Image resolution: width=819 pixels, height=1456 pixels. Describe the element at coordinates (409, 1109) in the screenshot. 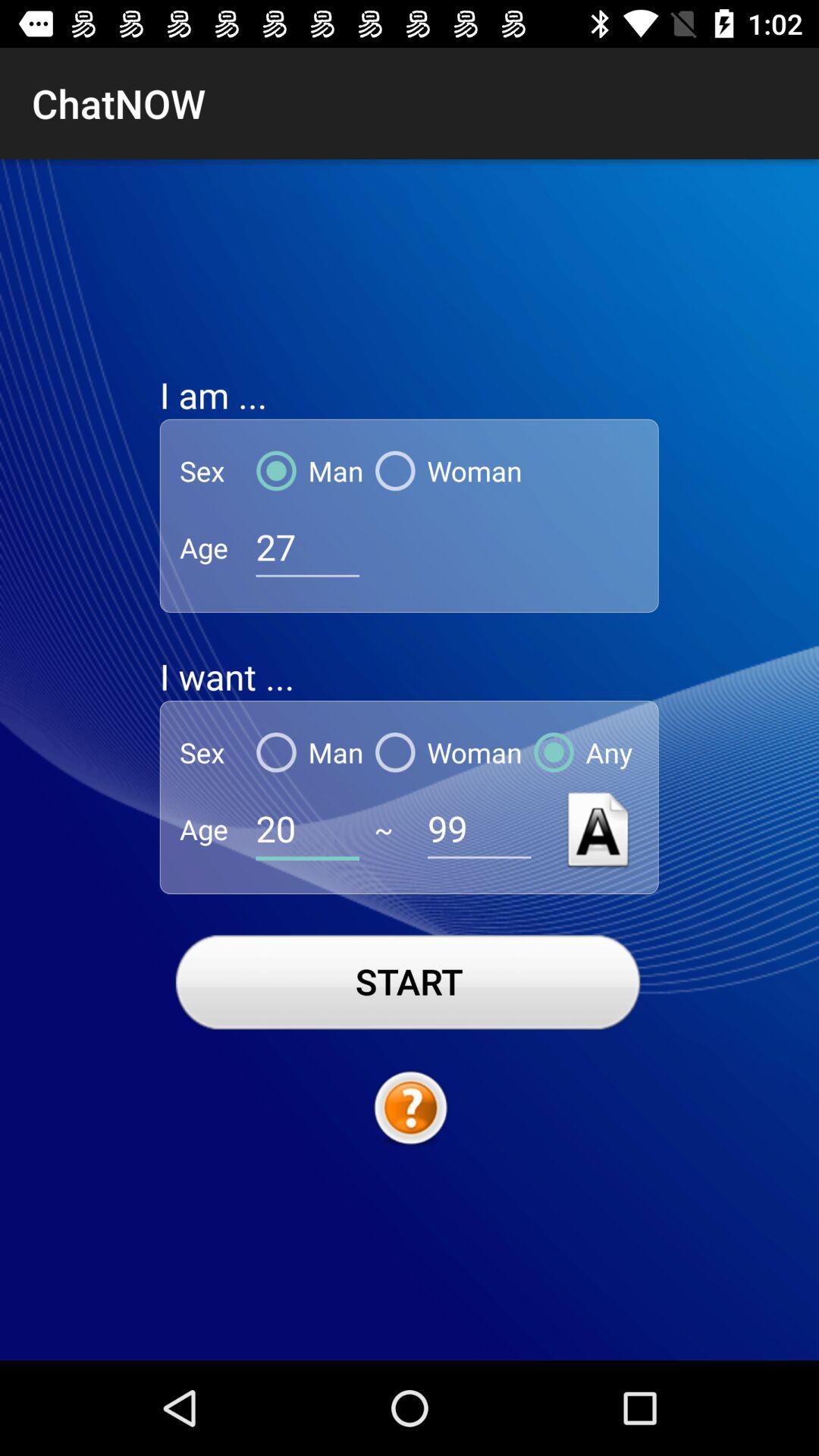

I see `the help icon` at that location.